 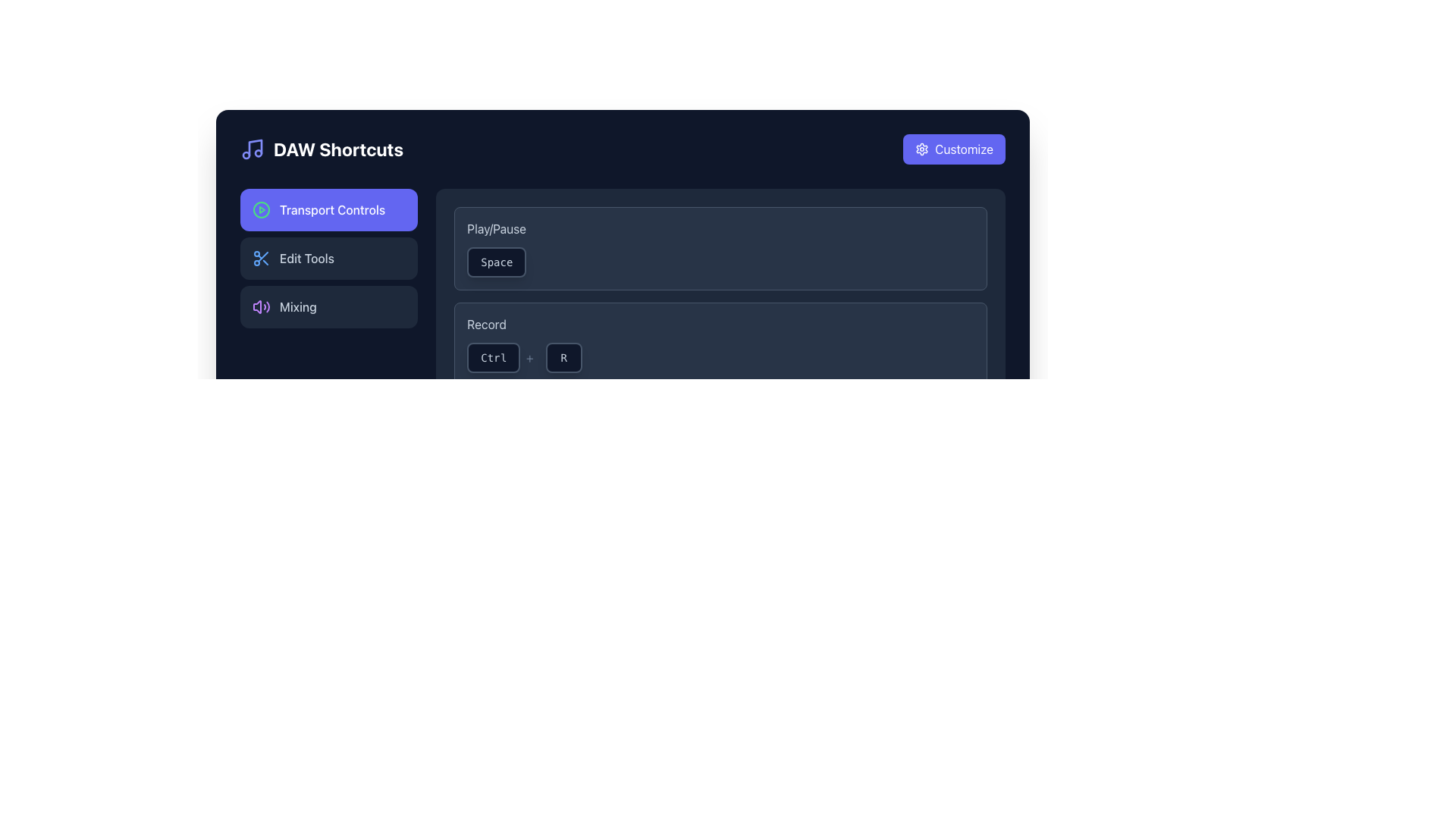 I want to click on the 'Record' text label, which indicates the action associated with a keyboard shortcut or function, located in the right-side section of the interface, so click(x=487, y=324).